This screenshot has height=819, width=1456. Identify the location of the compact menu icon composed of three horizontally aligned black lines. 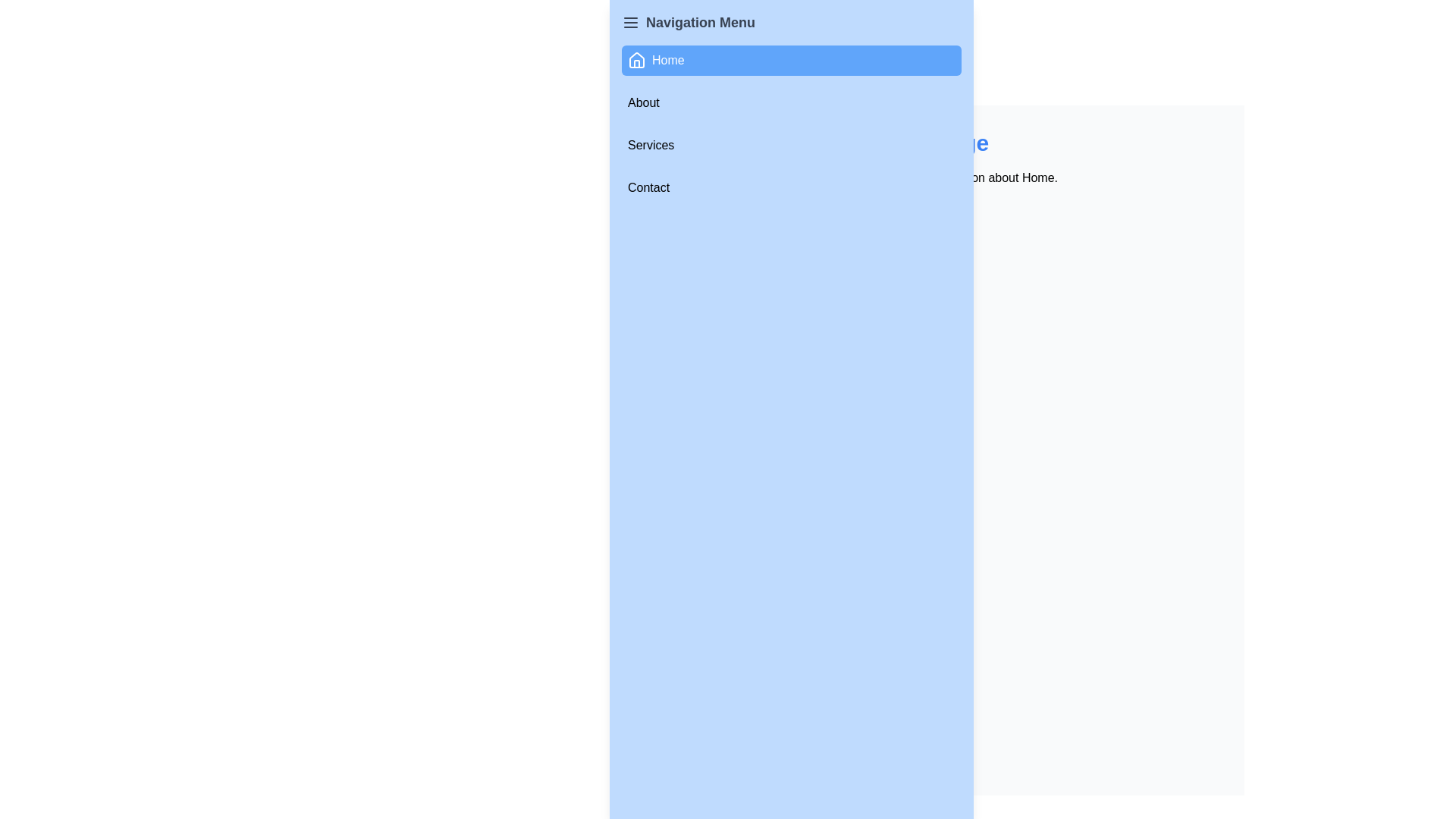
(630, 23).